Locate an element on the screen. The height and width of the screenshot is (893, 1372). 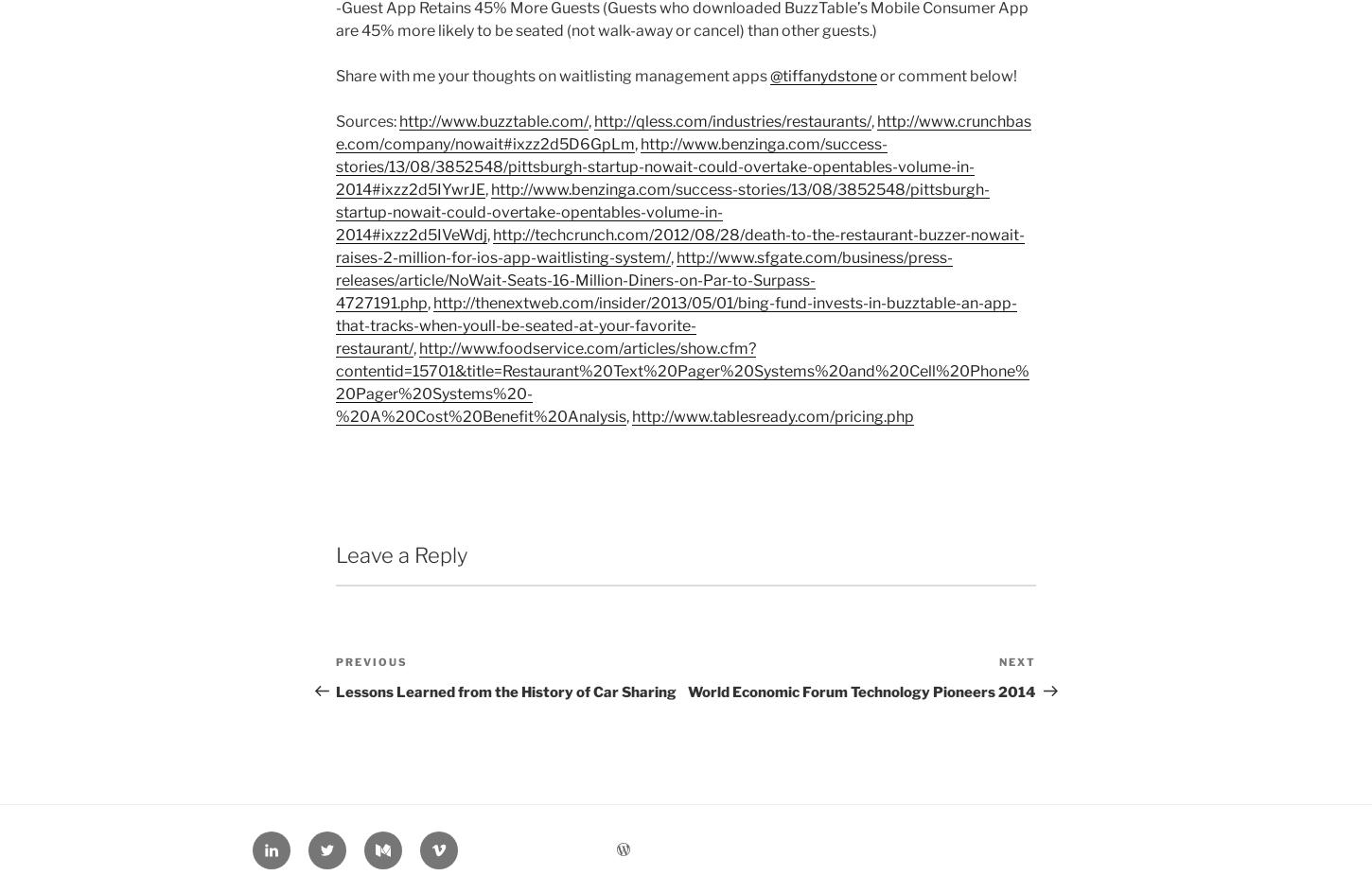
'Share with me your thoughts on waitlisting management apps' is located at coordinates (553, 75).